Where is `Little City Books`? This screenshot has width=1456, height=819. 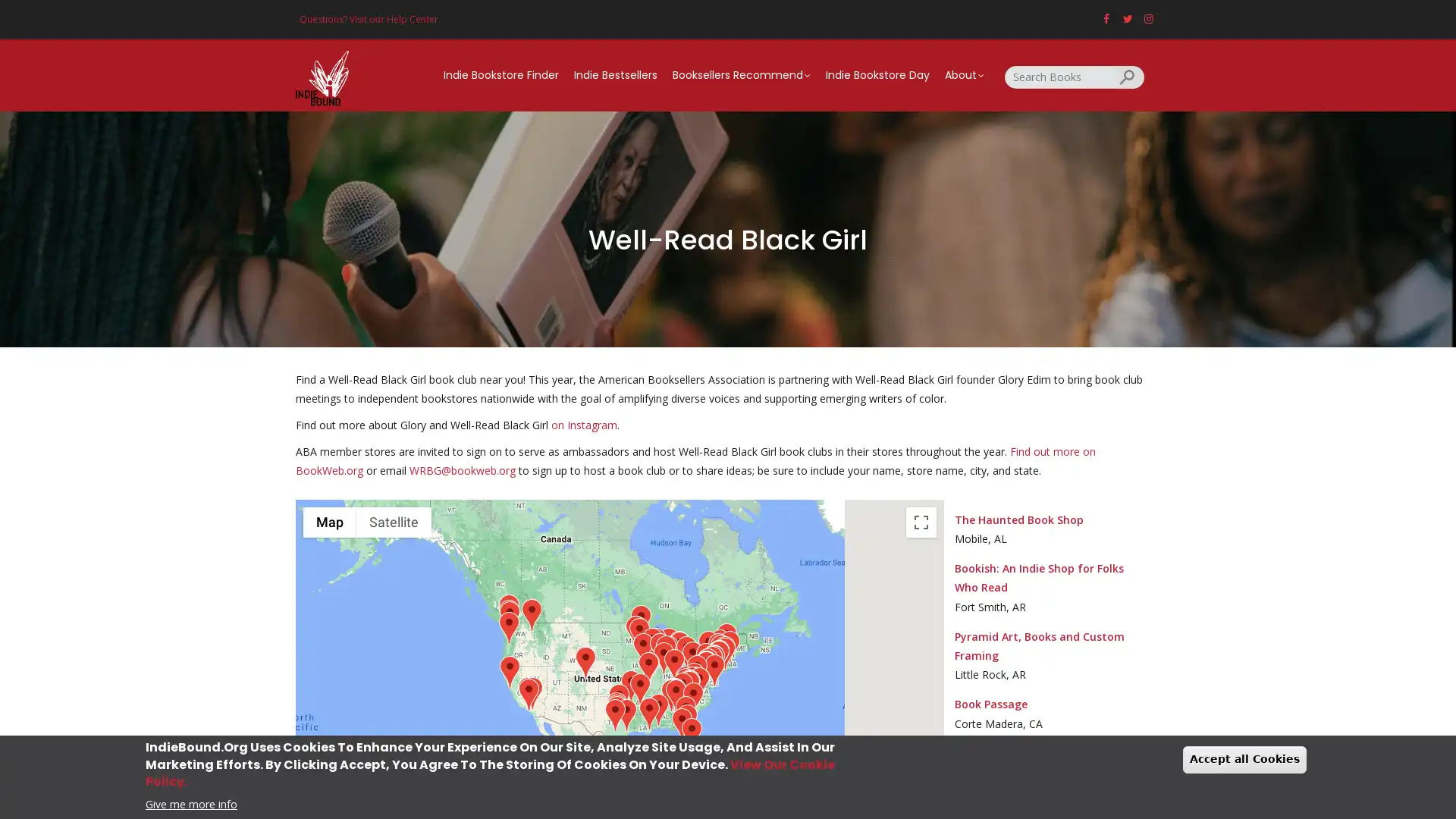
Little City Books is located at coordinates (717, 655).